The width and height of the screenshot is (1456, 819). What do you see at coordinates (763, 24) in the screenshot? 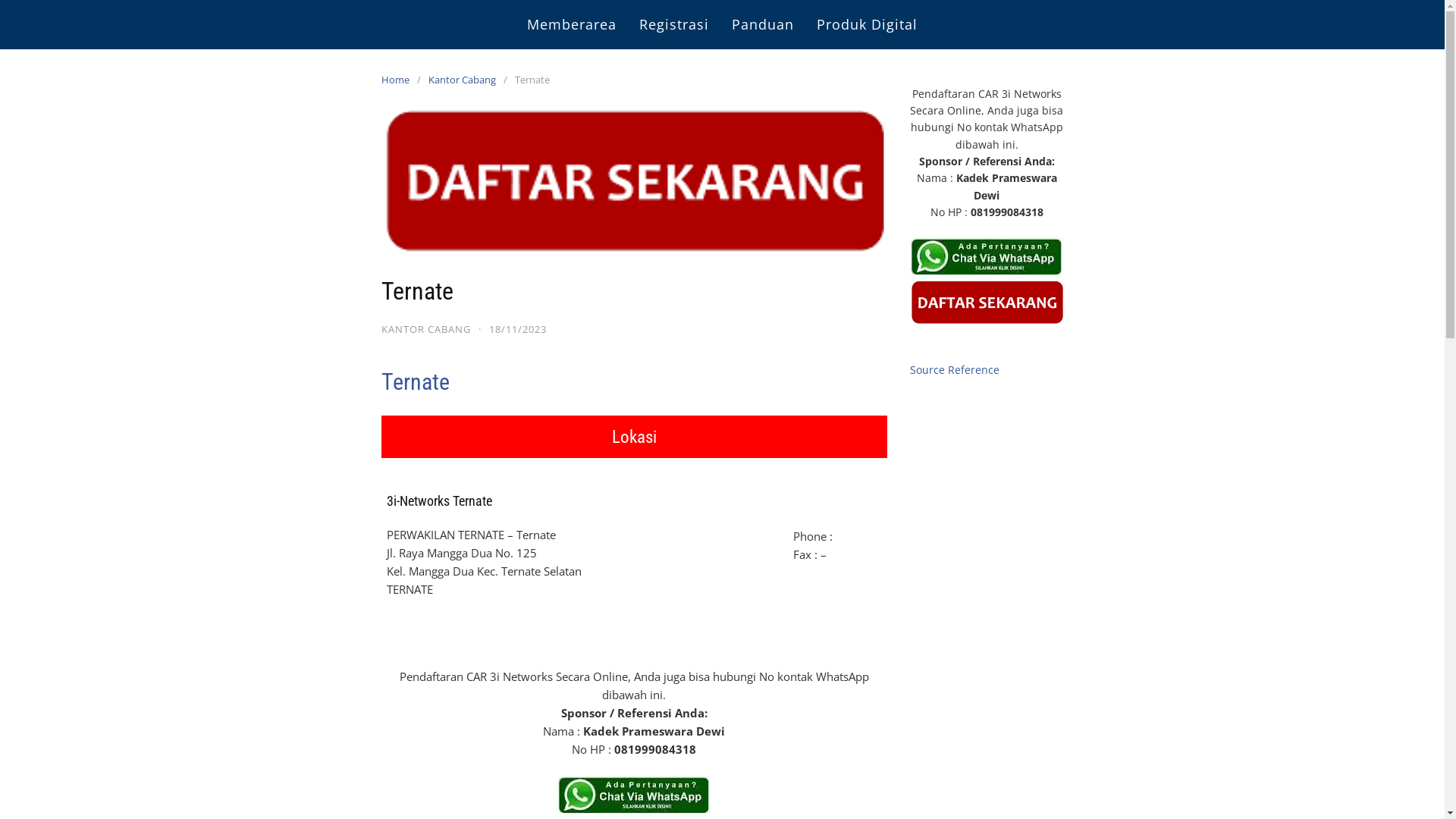
I see `'Panduan'` at bounding box center [763, 24].